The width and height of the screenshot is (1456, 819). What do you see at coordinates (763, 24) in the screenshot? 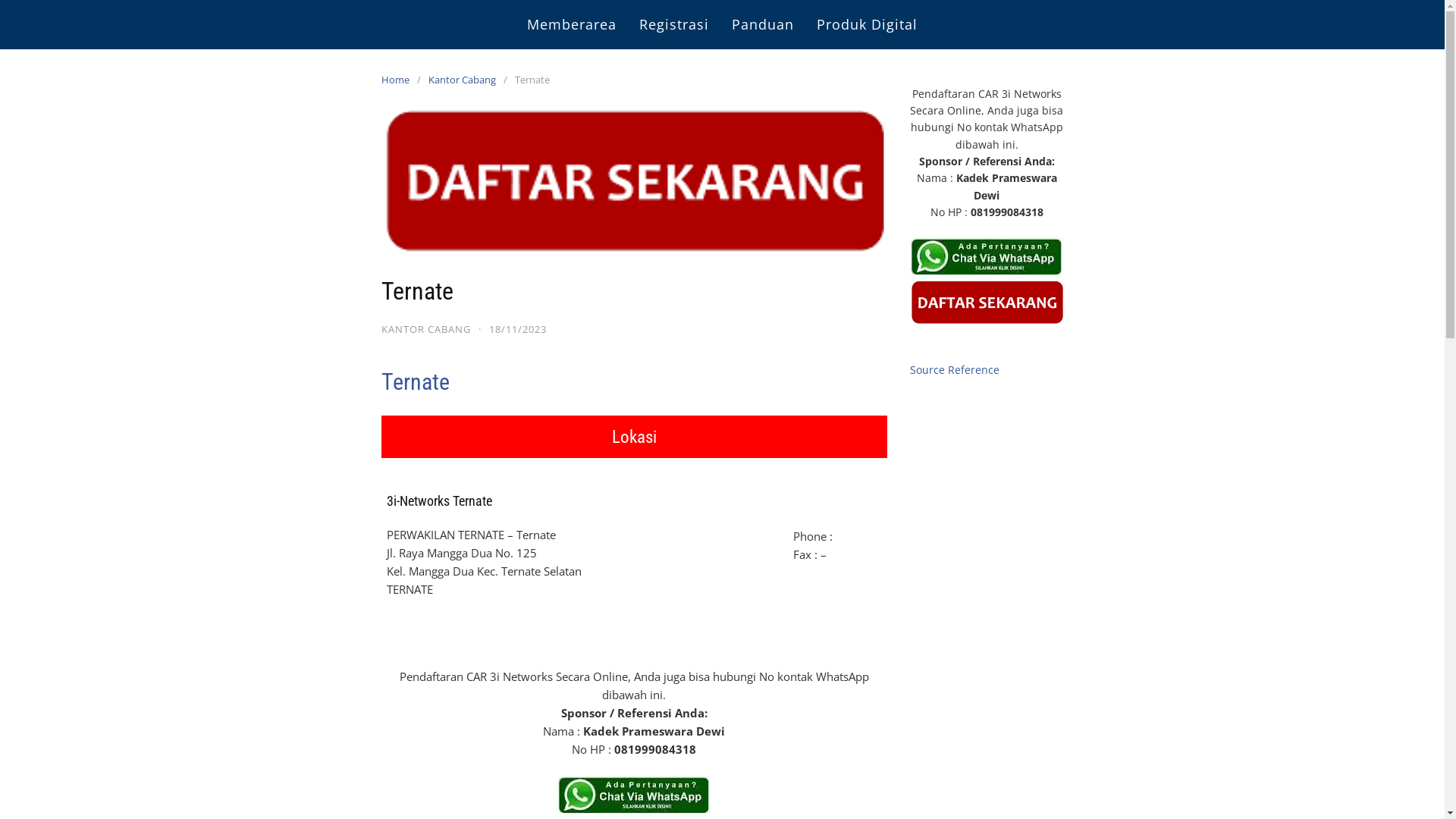
I see `'Panduan'` at bounding box center [763, 24].